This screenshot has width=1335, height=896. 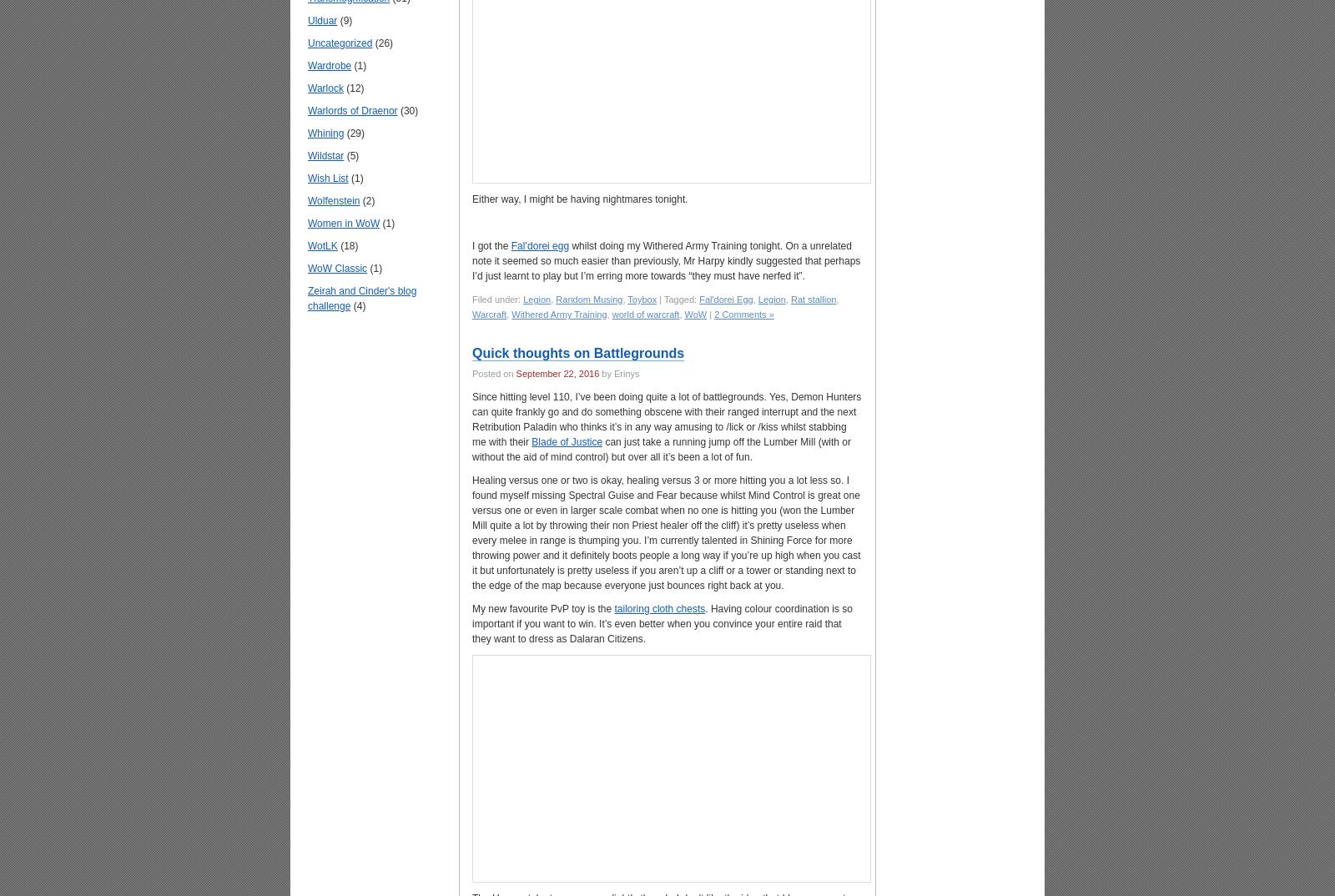 What do you see at coordinates (471, 533) in the screenshot?
I see `'Healing versus one or two is okay, healing versus 3 or more hitting you a lot less so. I found myself missing Spectral Guise and Fear because whilst Mind Control is great one versus one or even in larger scale combat when no one is hitting you (won the Lumber Mill quite a lot by throwing their non Priest healer off the cliff) it’s pretty useless when every melee in range is thumping you. I’m currently talented in Shining Force for more throwing power and it definitely boots people a long way if you’re up high when you cast it but unfortunately is pretty useless if you aren’t up a cliff or a tower or standing next to the edge of the map because everyone just bounces right back at you.'` at bounding box center [471, 533].